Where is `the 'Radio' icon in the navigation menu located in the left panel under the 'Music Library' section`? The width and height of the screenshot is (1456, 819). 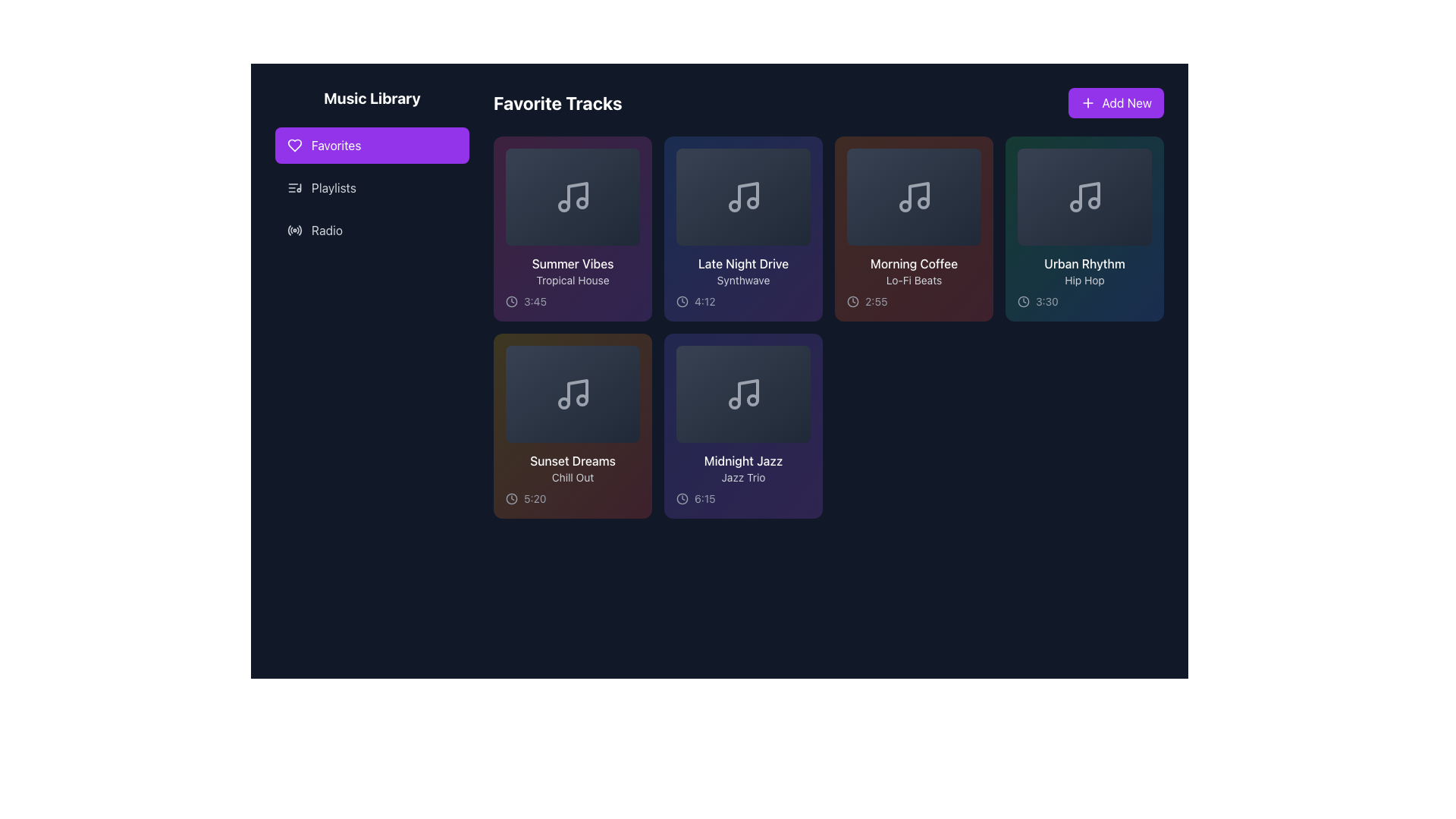 the 'Radio' icon in the navigation menu located in the left panel under the 'Music Library' section is located at coordinates (294, 231).